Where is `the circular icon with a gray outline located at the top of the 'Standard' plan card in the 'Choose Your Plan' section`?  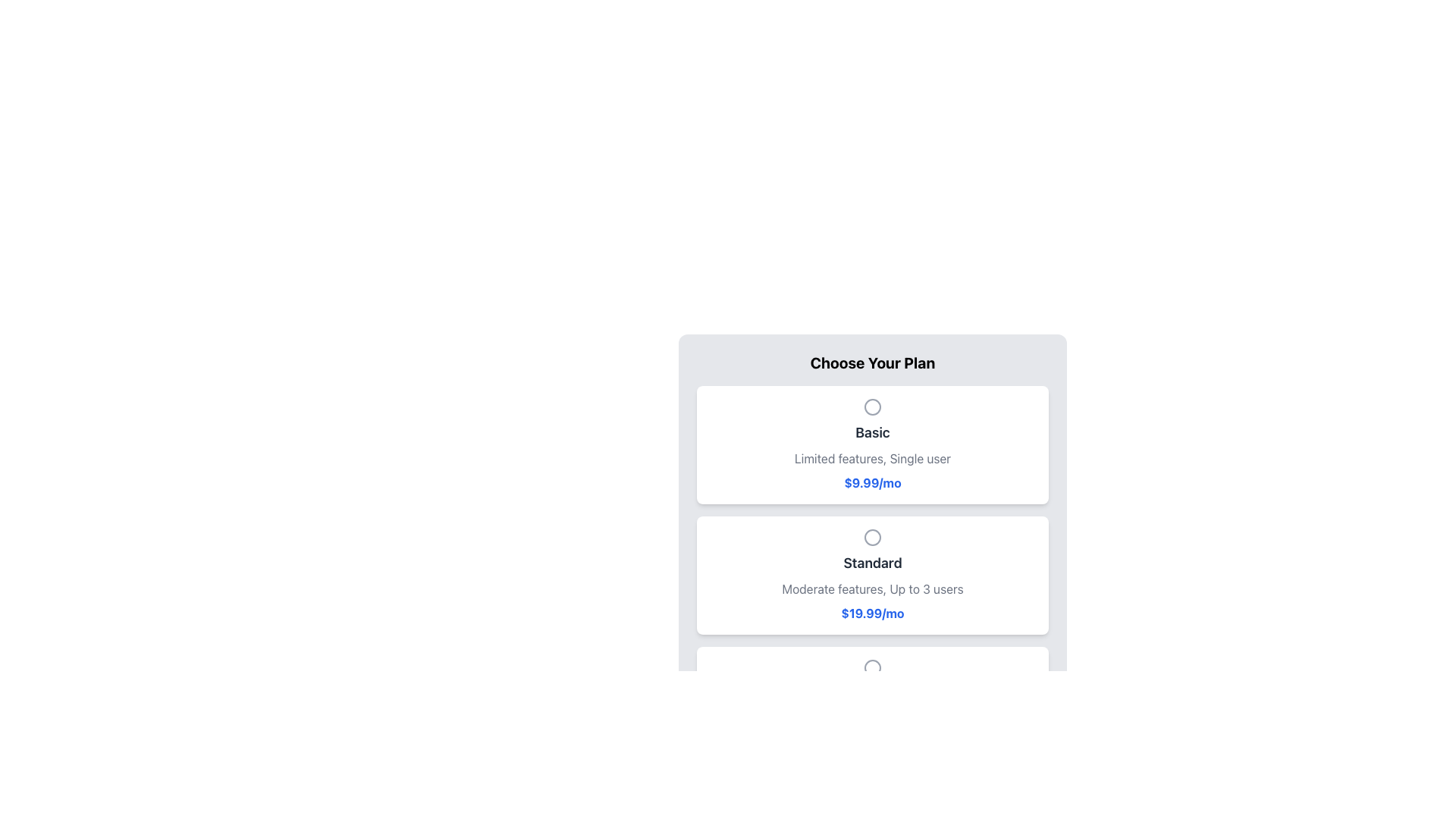 the circular icon with a gray outline located at the top of the 'Standard' plan card in the 'Choose Your Plan' section is located at coordinates (873, 537).